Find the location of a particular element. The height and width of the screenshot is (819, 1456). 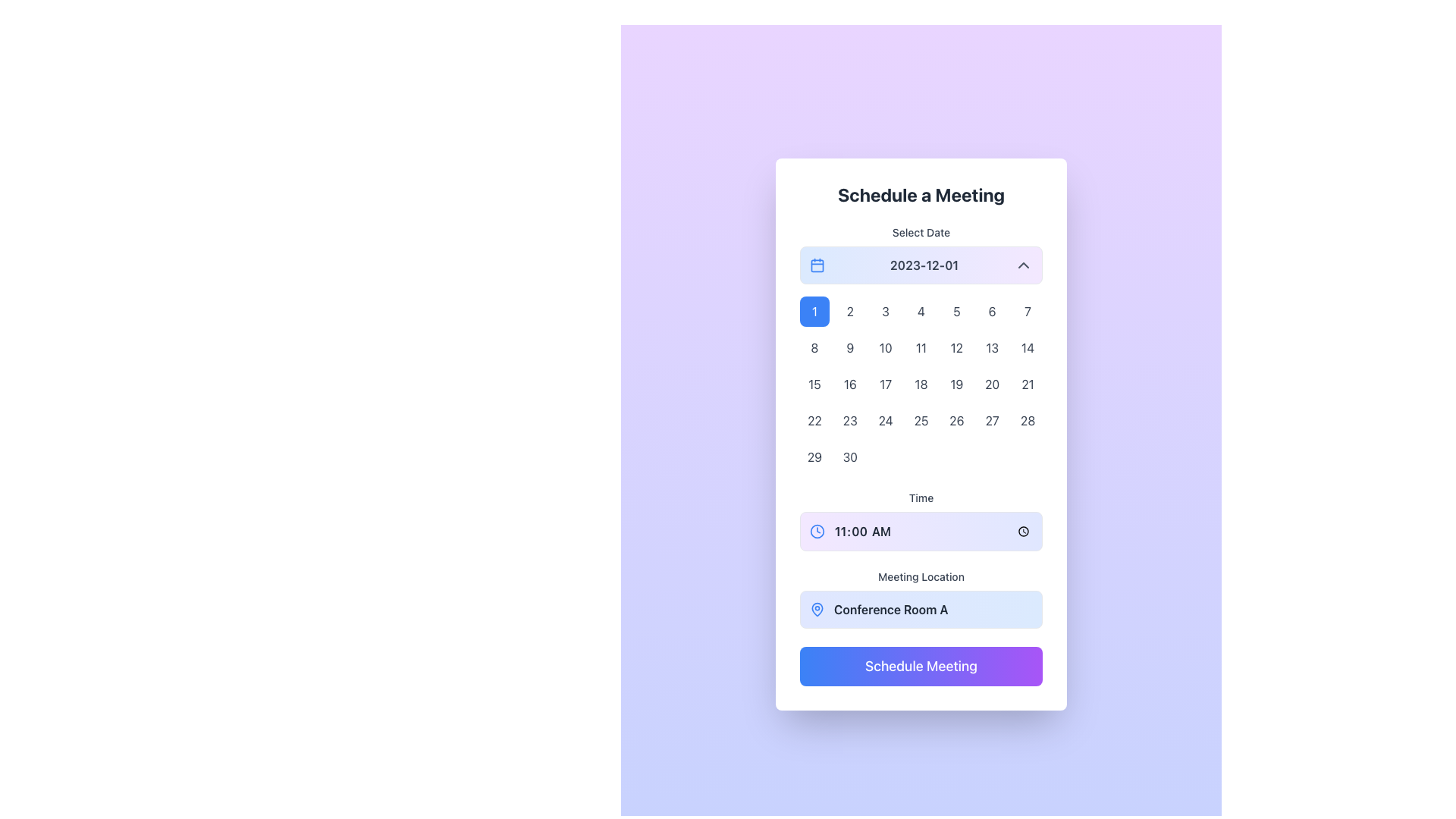

the button labeled '3' with rounded corners is located at coordinates (885, 311).